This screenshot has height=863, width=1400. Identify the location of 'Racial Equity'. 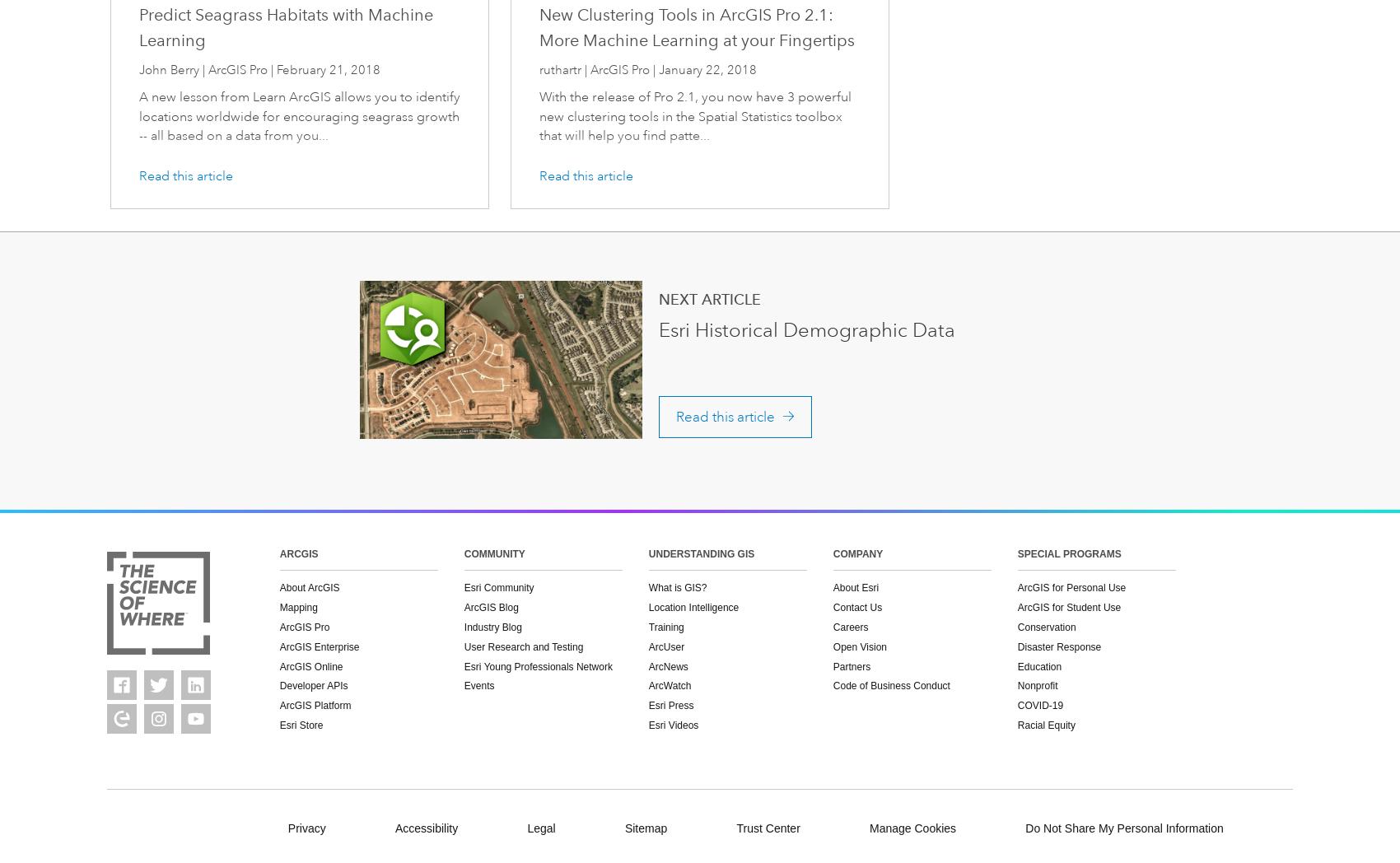
(1045, 724).